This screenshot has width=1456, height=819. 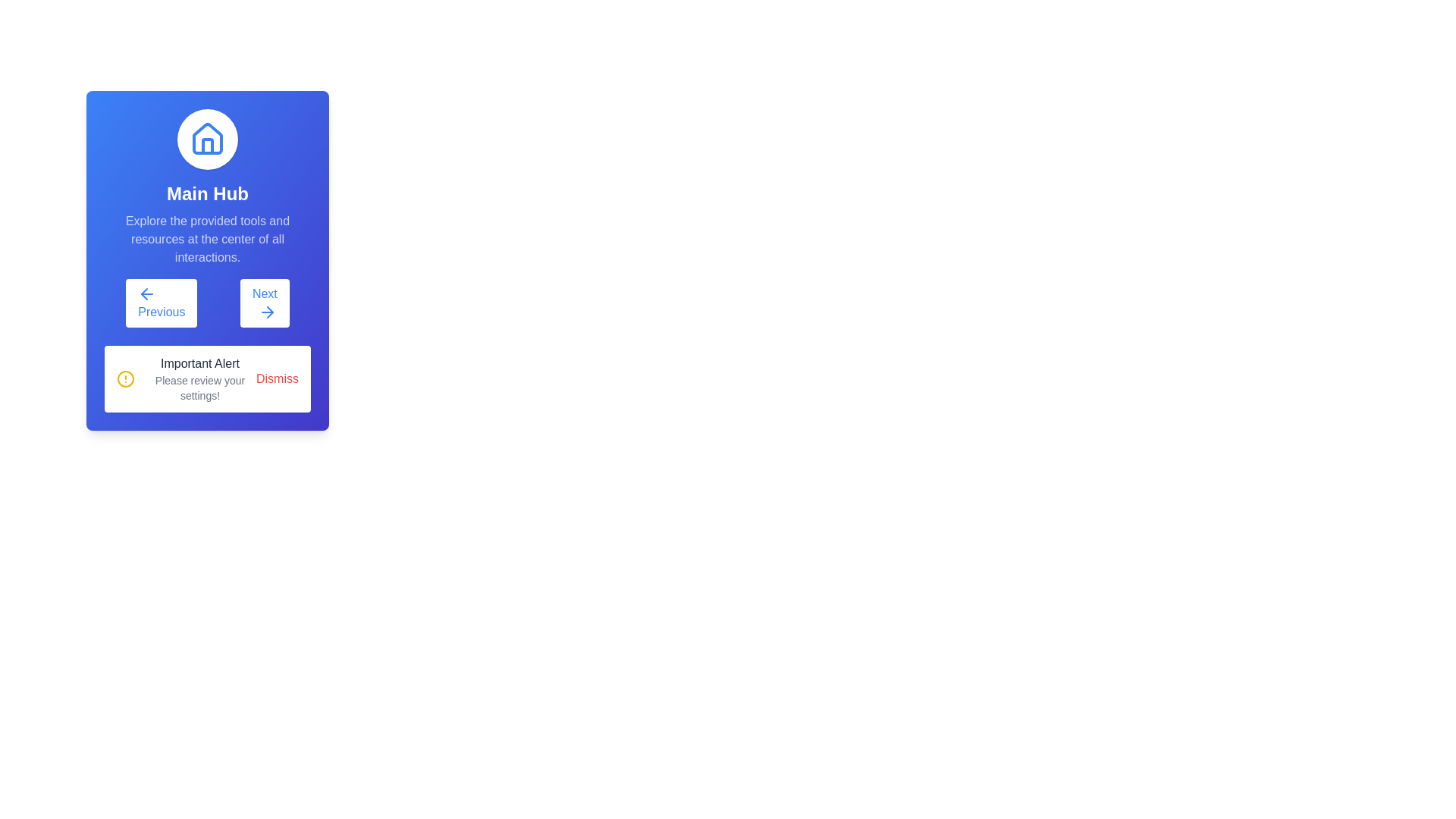 What do you see at coordinates (206, 193) in the screenshot?
I see `the 'Main Hub' label, which is a prominent white bold text located centrally below the house icon and above the text 'Explore the provided tools and resources at the center of all interactions'` at bounding box center [206, 193].